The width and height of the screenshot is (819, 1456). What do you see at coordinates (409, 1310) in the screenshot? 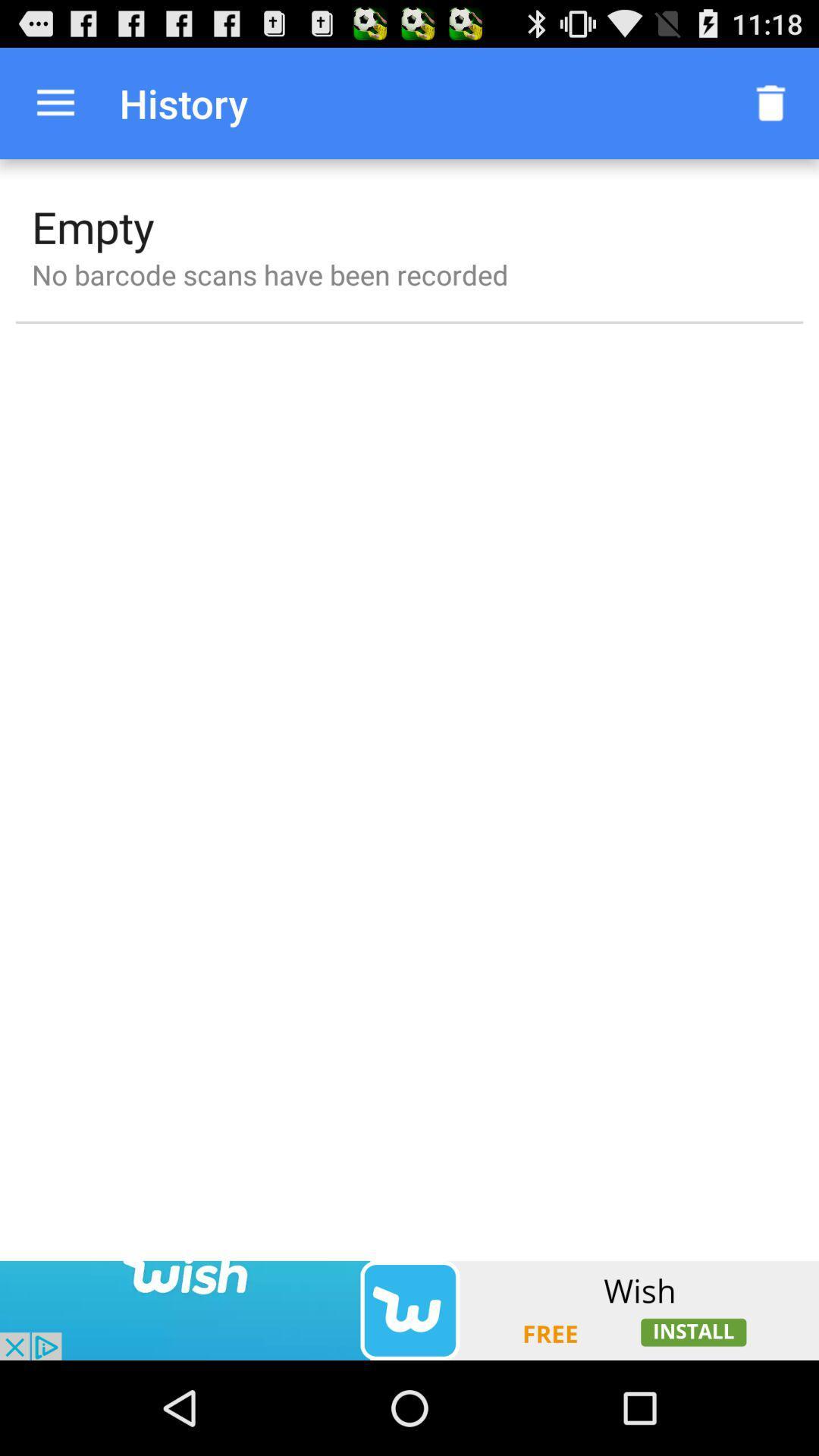
I see `the option` at bounding box center [409, 1310].